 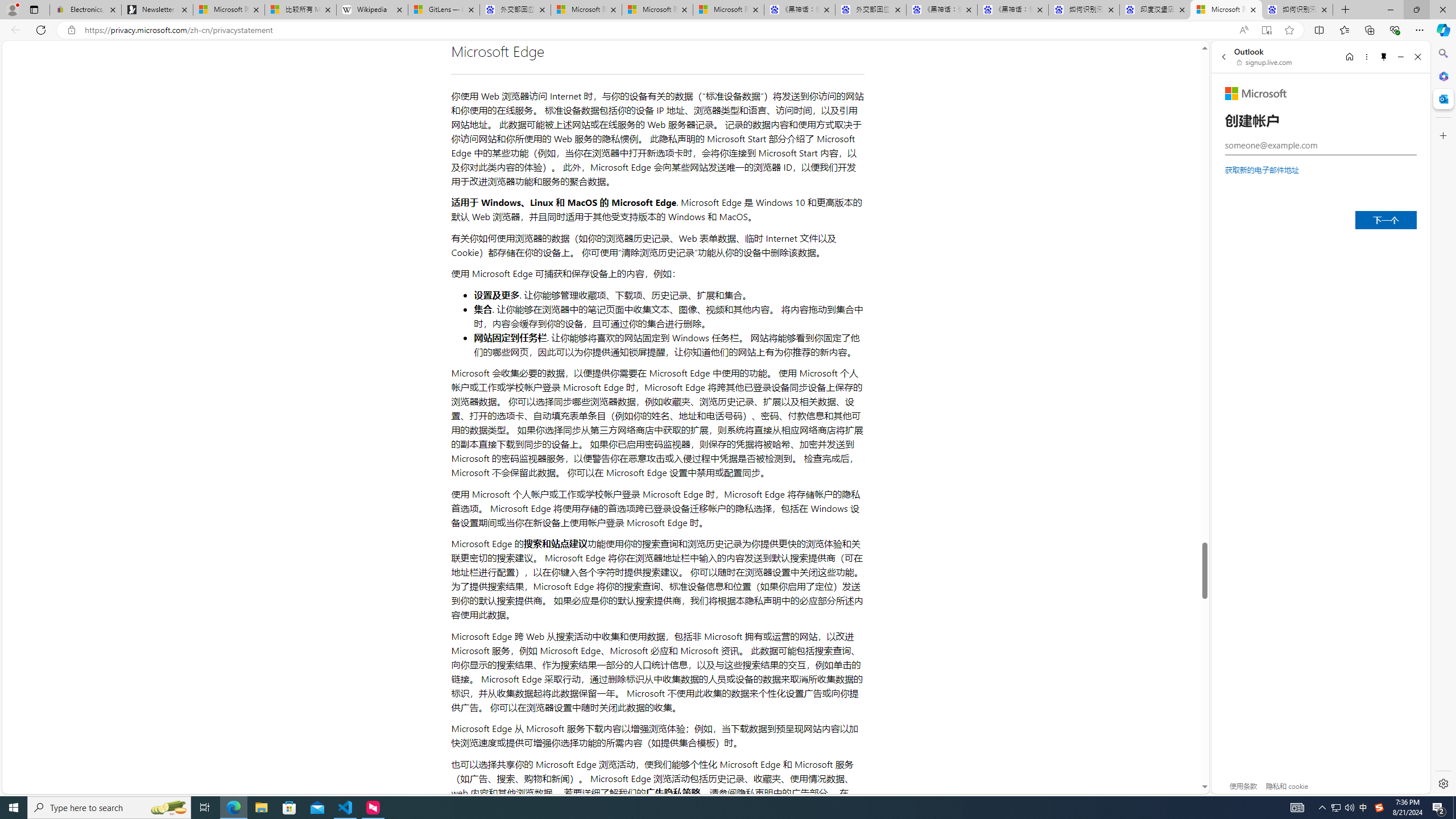 What do you see at coordinates (71, 30) in the screenshot?
I see `'View site information'` at bounding box center [71, 30].